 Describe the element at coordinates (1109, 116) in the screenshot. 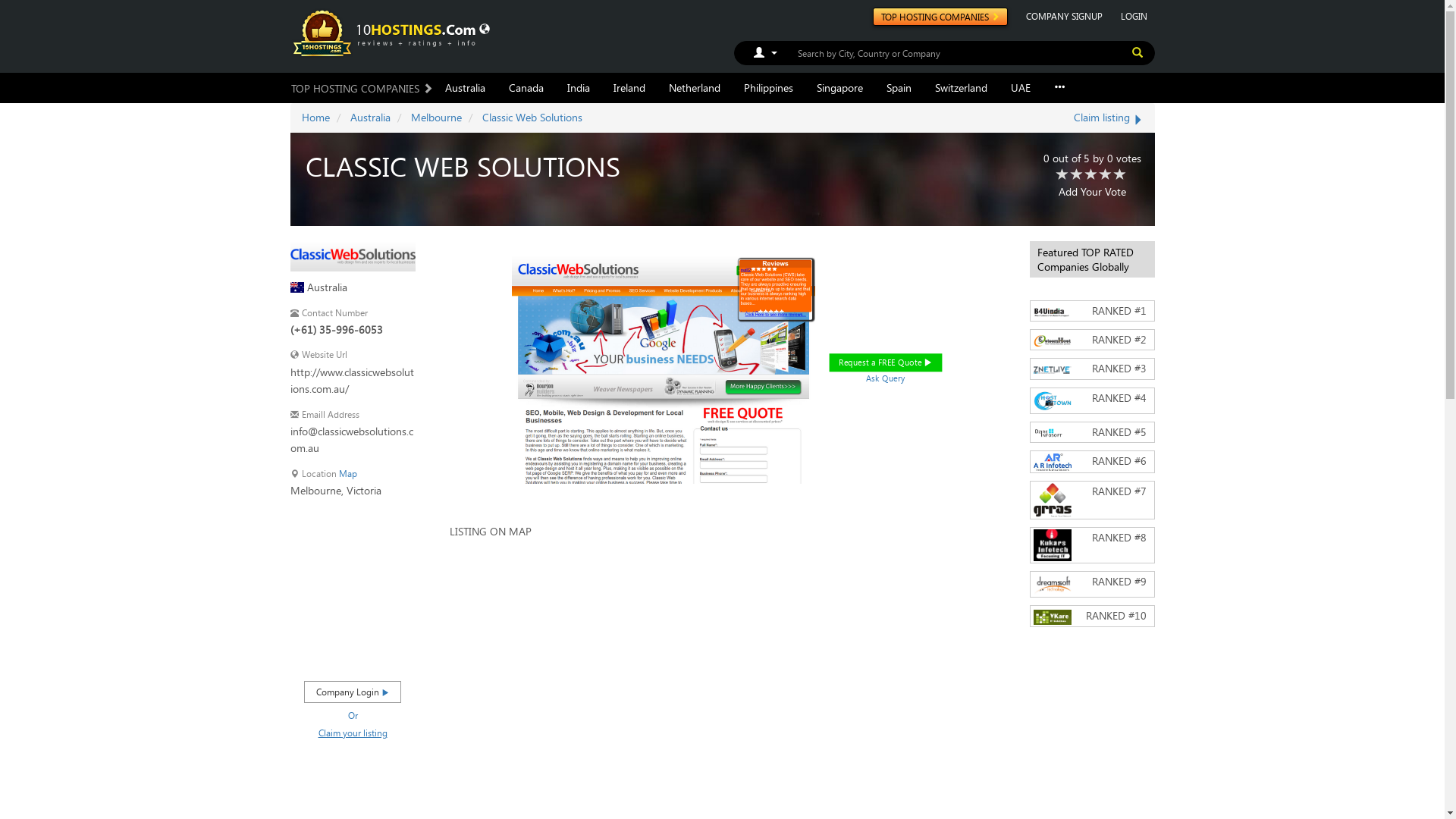

I see `'Claim listing'` at that location.